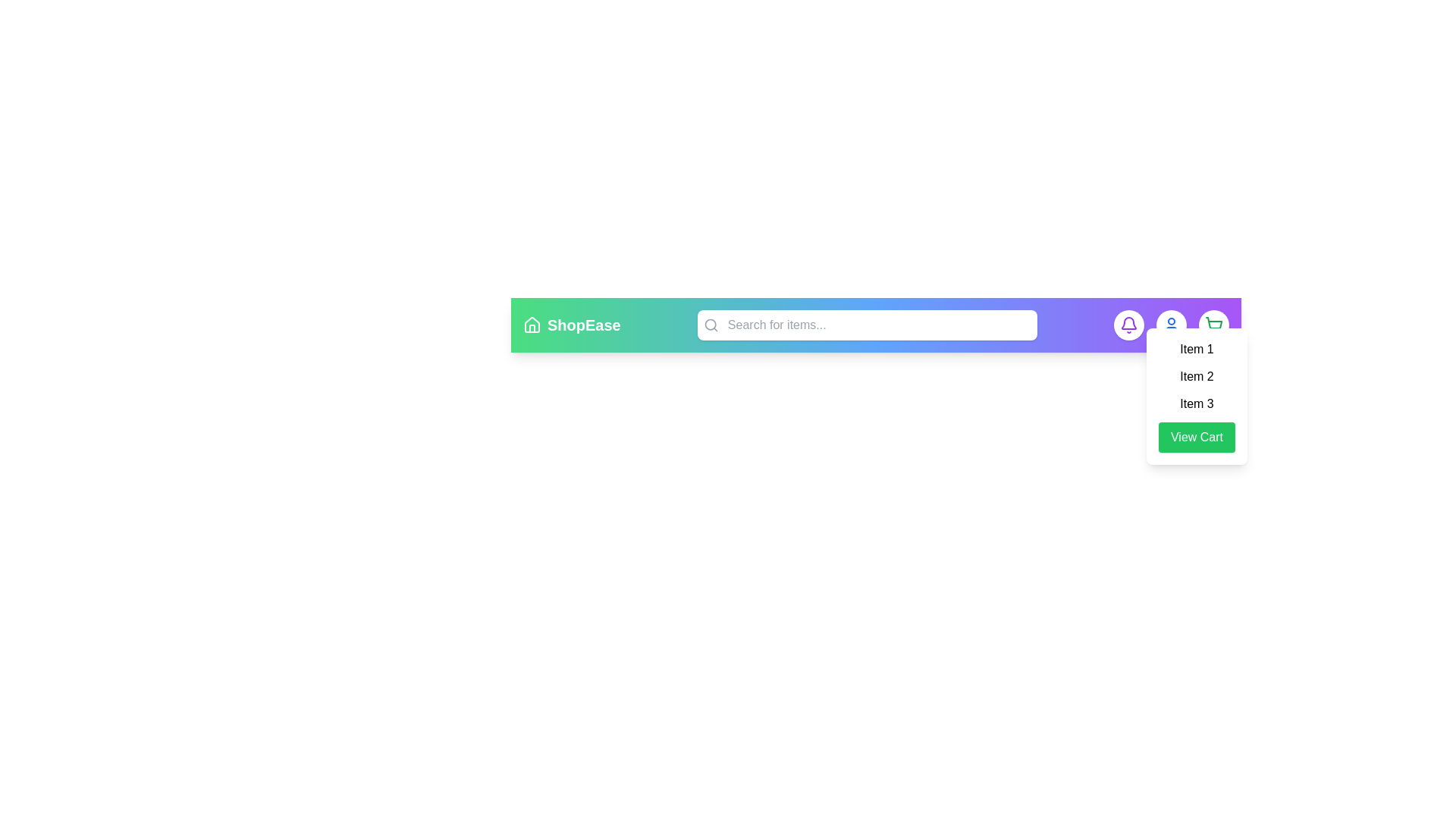  Describe the element at coordinates (1213, 324) in the screenshot. I see `the cart button to toggle the dropdown menu` at that location.